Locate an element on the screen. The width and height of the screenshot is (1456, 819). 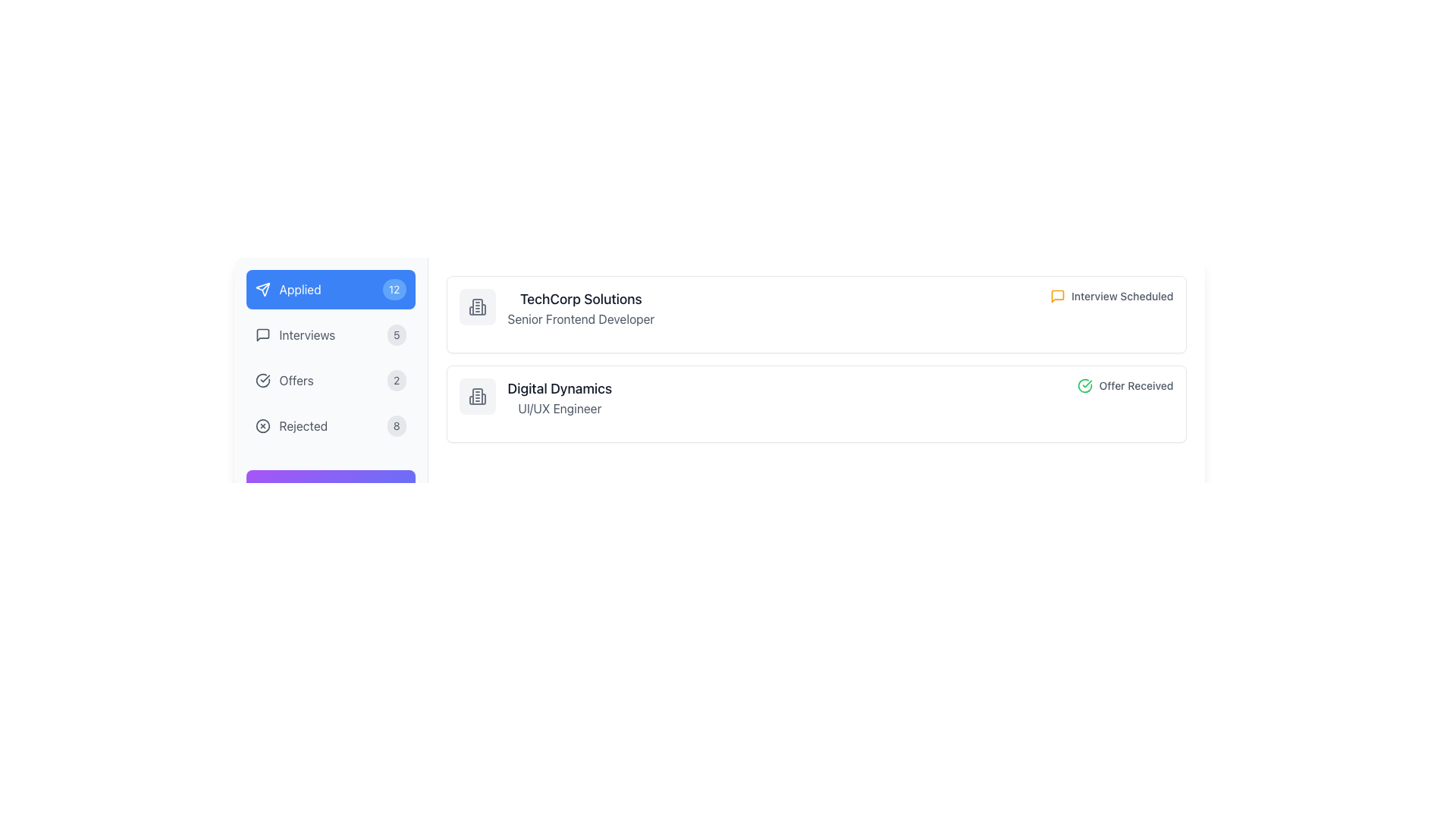
the 'Rejected' category row in the list is located at coordinates (330, 426).